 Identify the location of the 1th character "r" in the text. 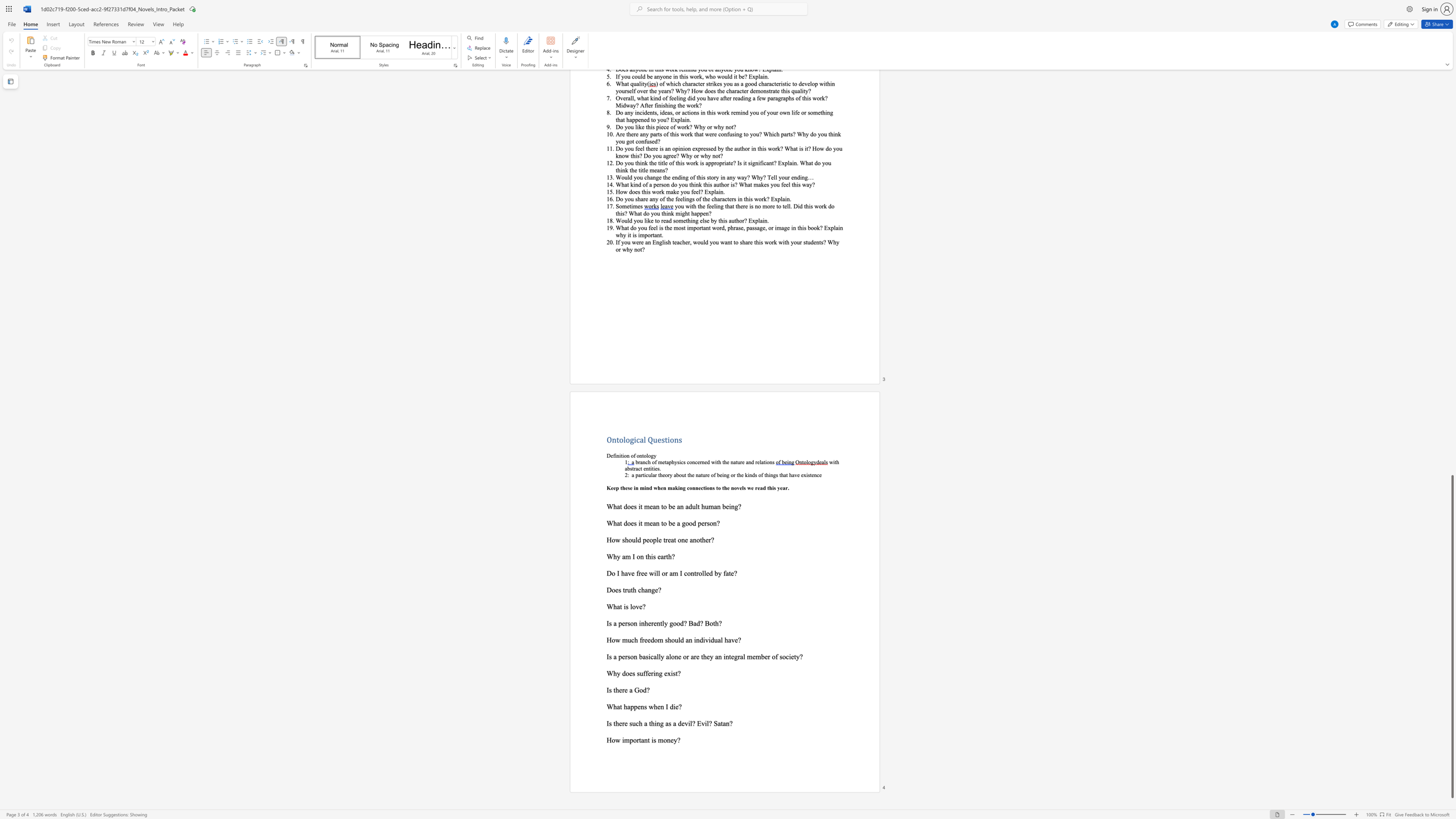
(665, 556).